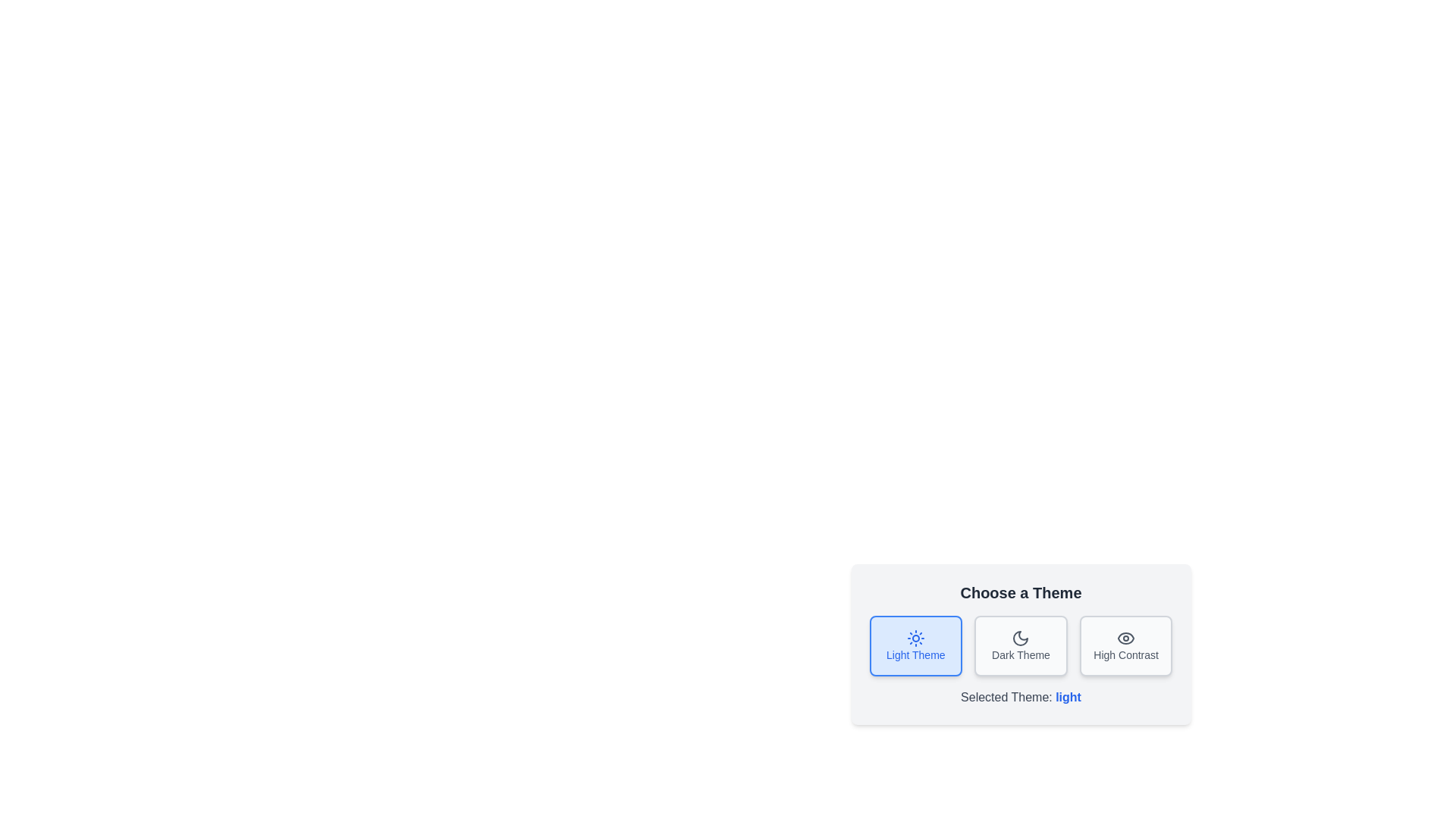 This screenshot has width=1456, height=819. Describe the element at coordinates (1021, 646) in the screenshot. I see `the theme corresponding to Dark Theme by clicking the respective button` at that location.